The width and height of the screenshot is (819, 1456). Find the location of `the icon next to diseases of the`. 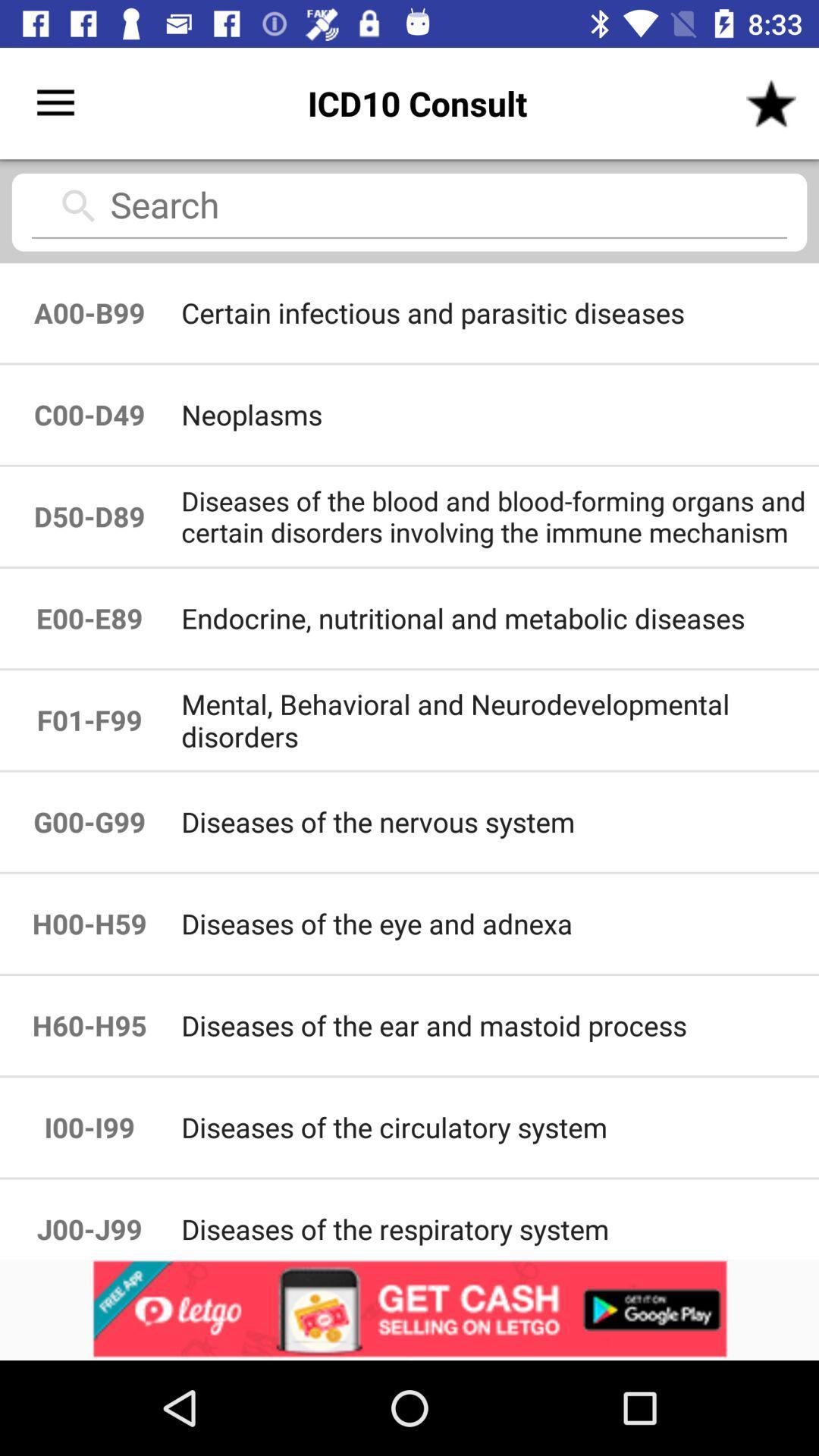

the icon next to diseases of the is located at coordinates (89, 923).